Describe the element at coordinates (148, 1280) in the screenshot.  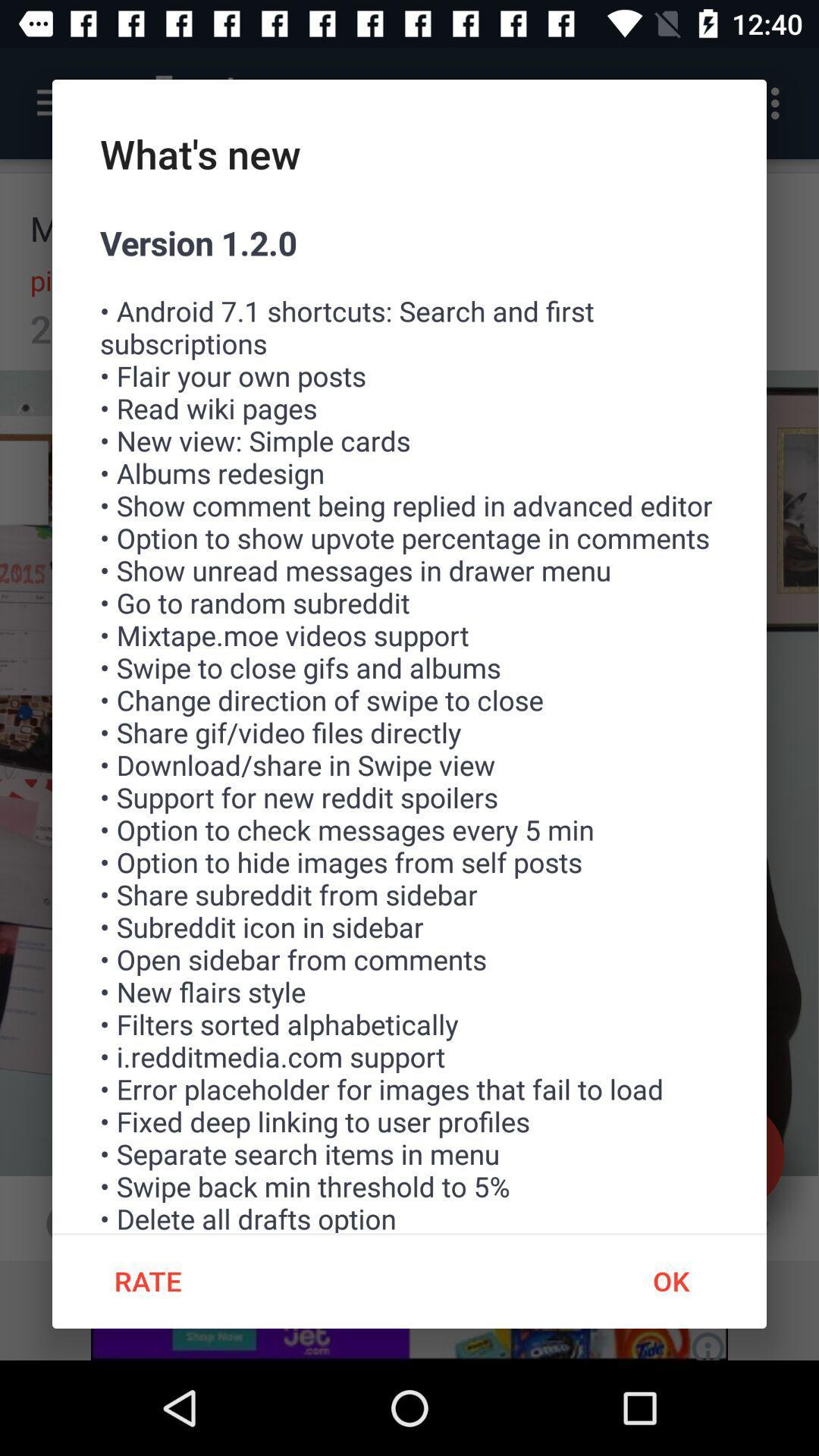
I see `item below the version 1 2 item` at that location.